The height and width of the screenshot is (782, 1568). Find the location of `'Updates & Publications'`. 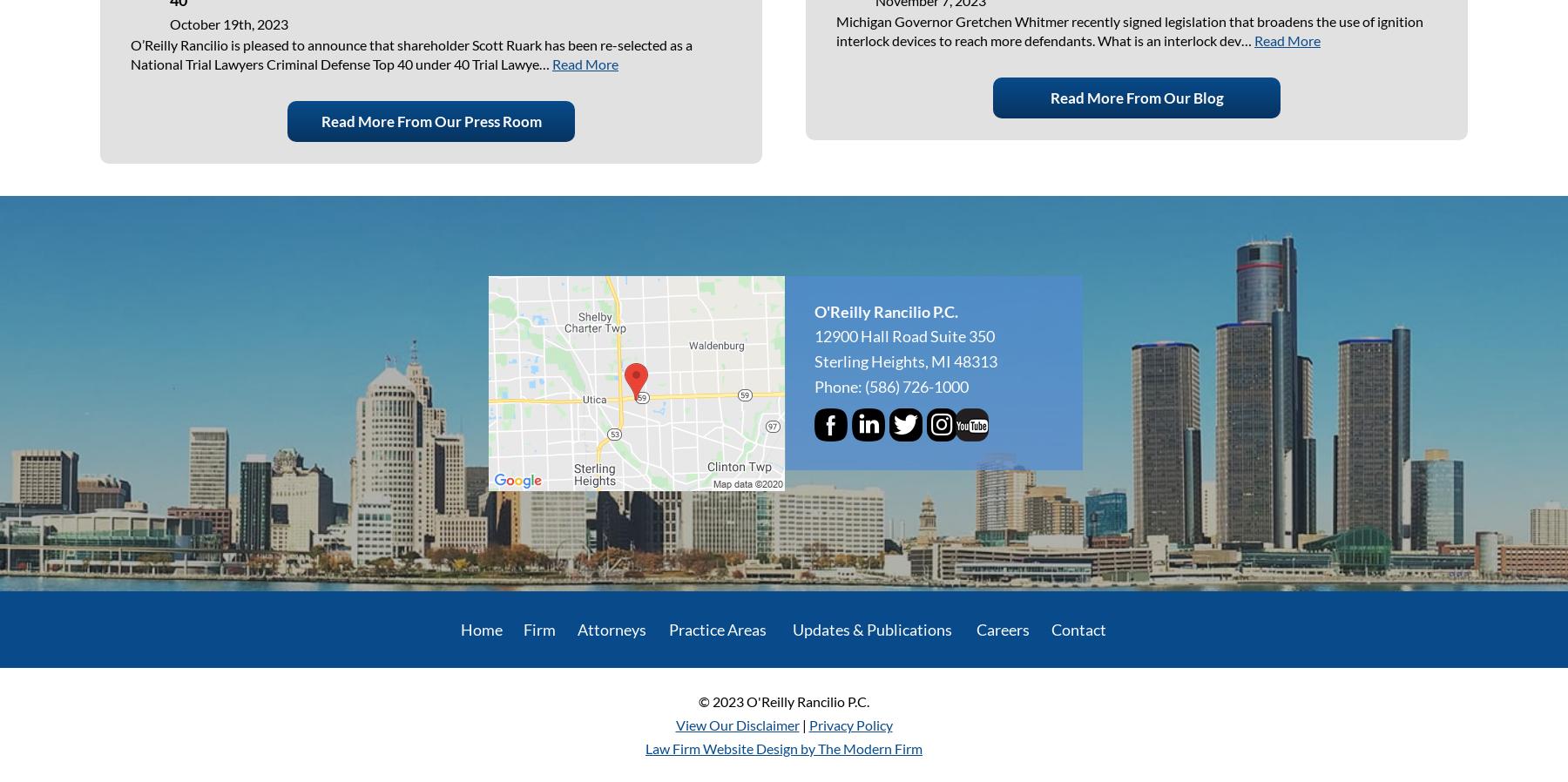

'Updates & Publications' is located at coordinates (871, 628).